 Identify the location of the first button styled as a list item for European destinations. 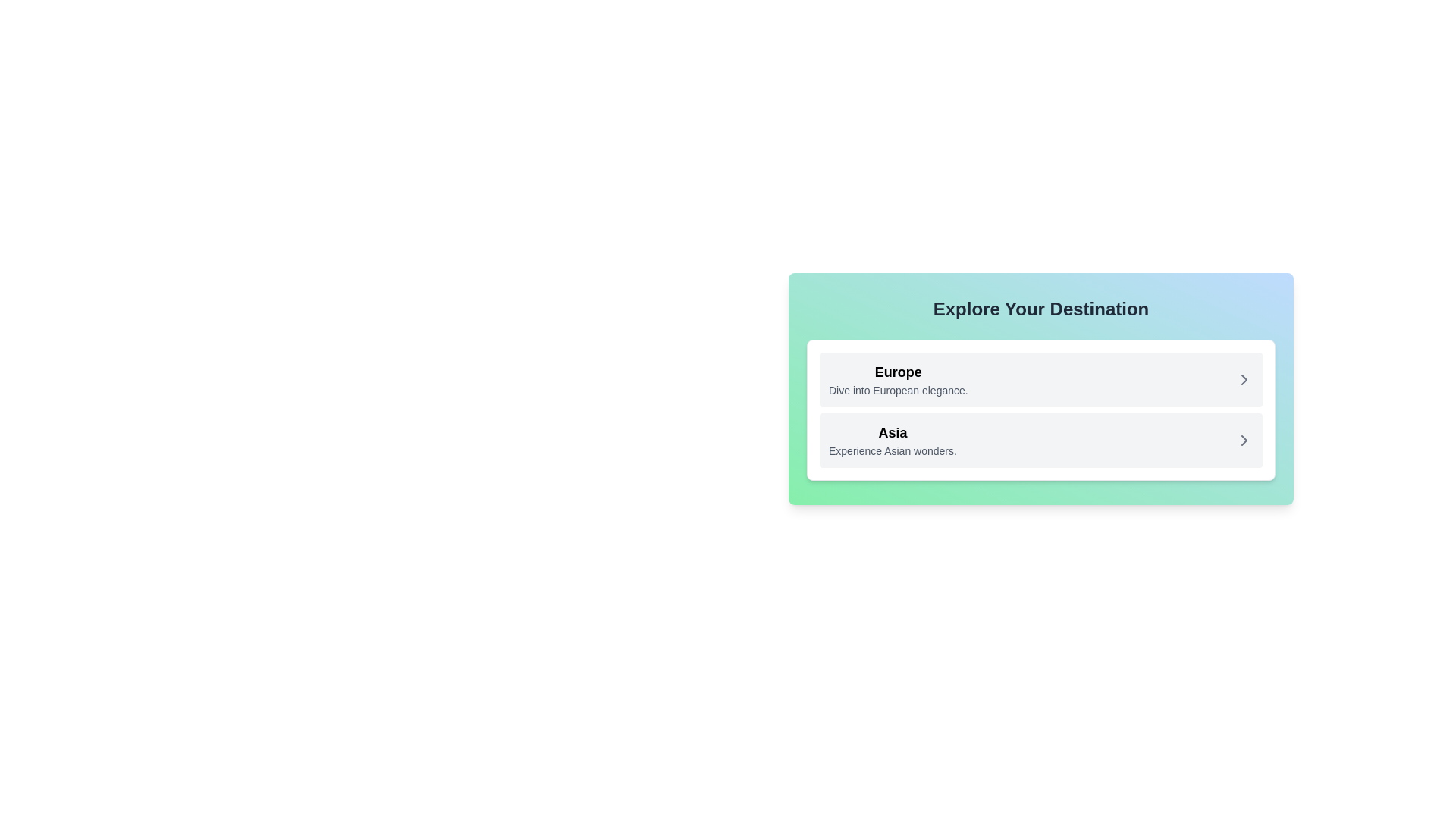
(1040, 379).